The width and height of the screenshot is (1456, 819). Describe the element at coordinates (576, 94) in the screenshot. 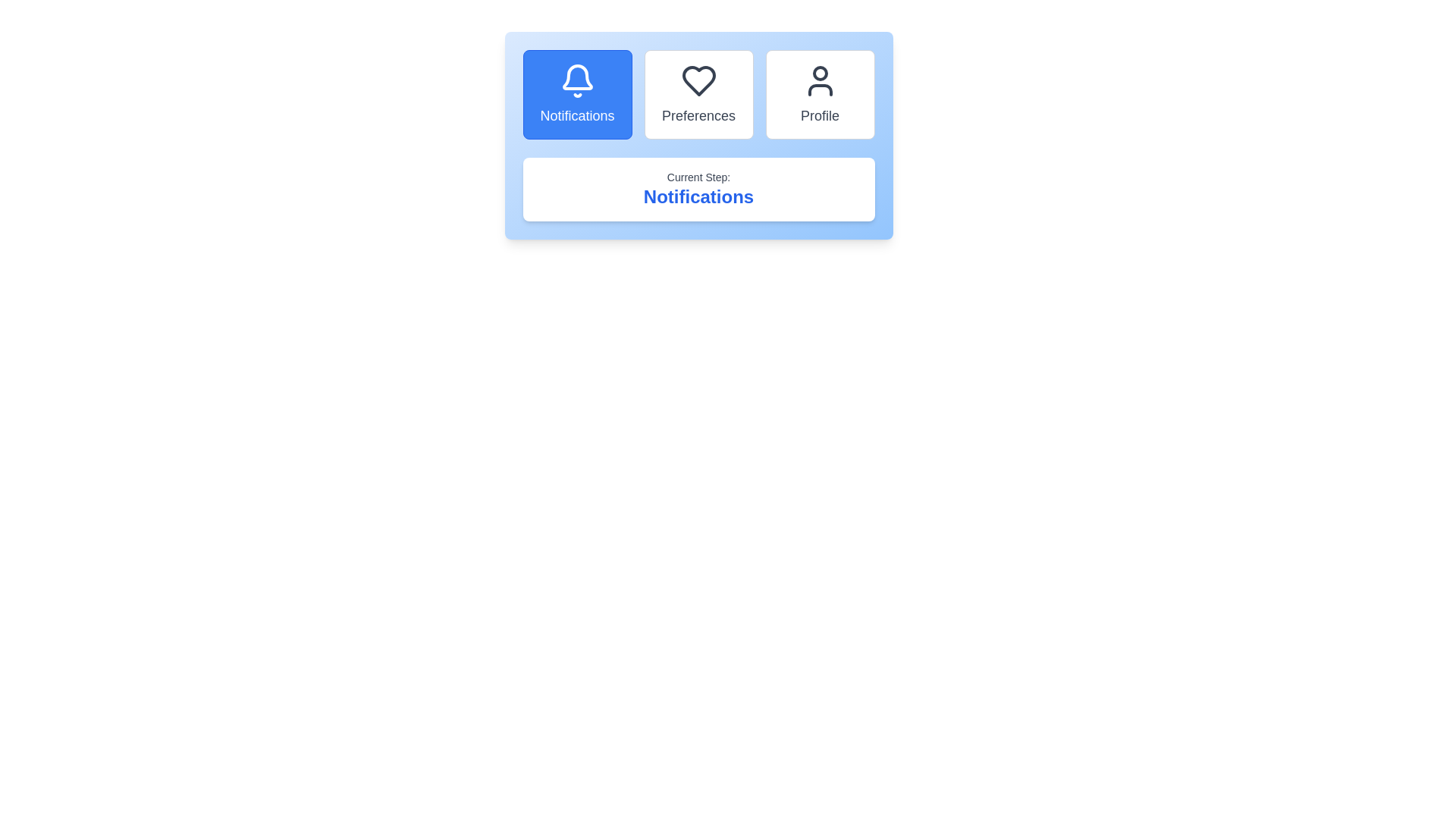

I see `the step button corresponding to Notifications` at that location.